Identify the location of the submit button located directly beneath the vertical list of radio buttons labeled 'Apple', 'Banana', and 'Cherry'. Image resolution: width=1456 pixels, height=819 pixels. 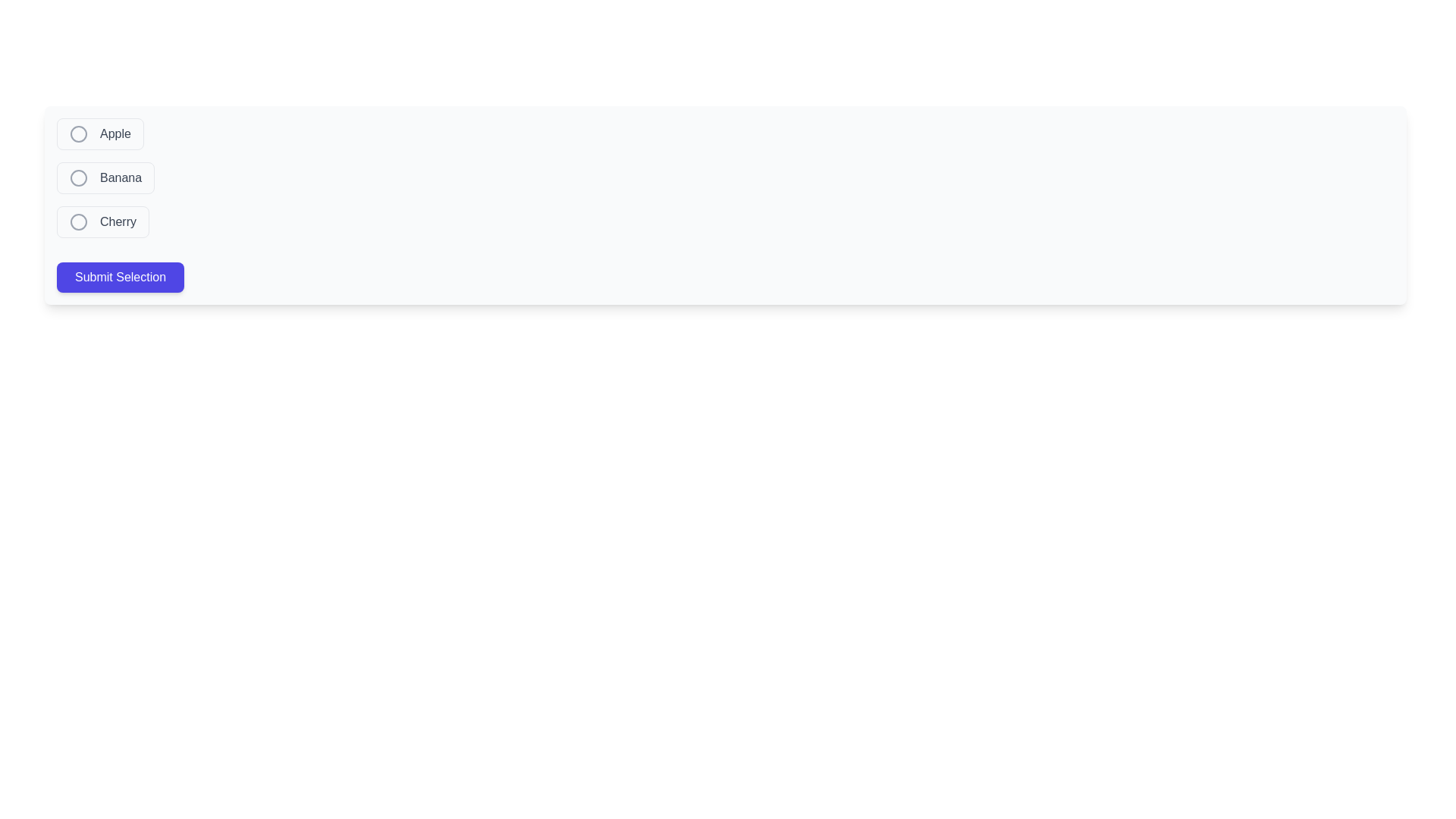
(119, 278).